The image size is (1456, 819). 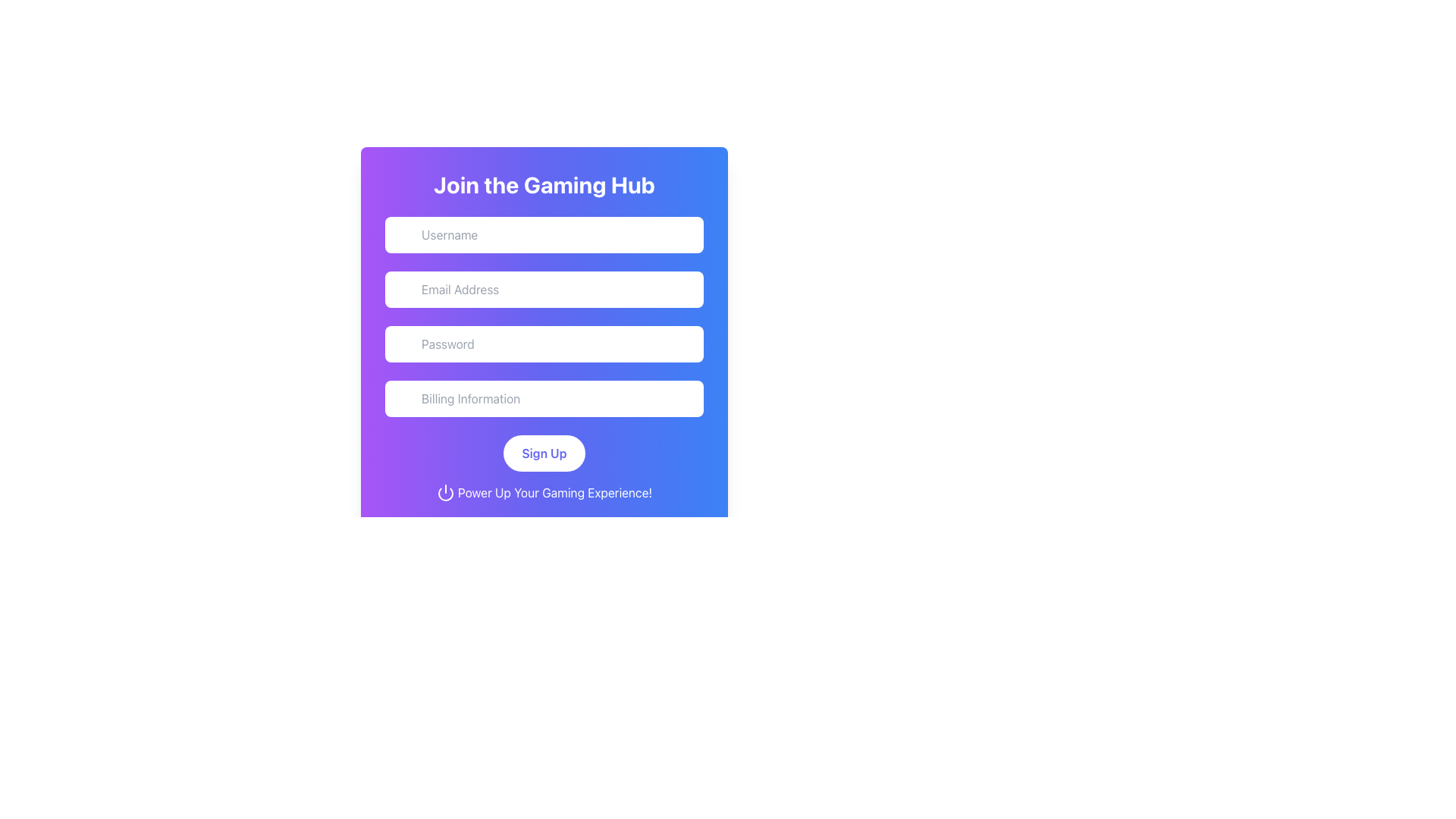 I want to click on the 'Sign Up' button located centrally at the bottom of the form, so click(x=544, y=452).